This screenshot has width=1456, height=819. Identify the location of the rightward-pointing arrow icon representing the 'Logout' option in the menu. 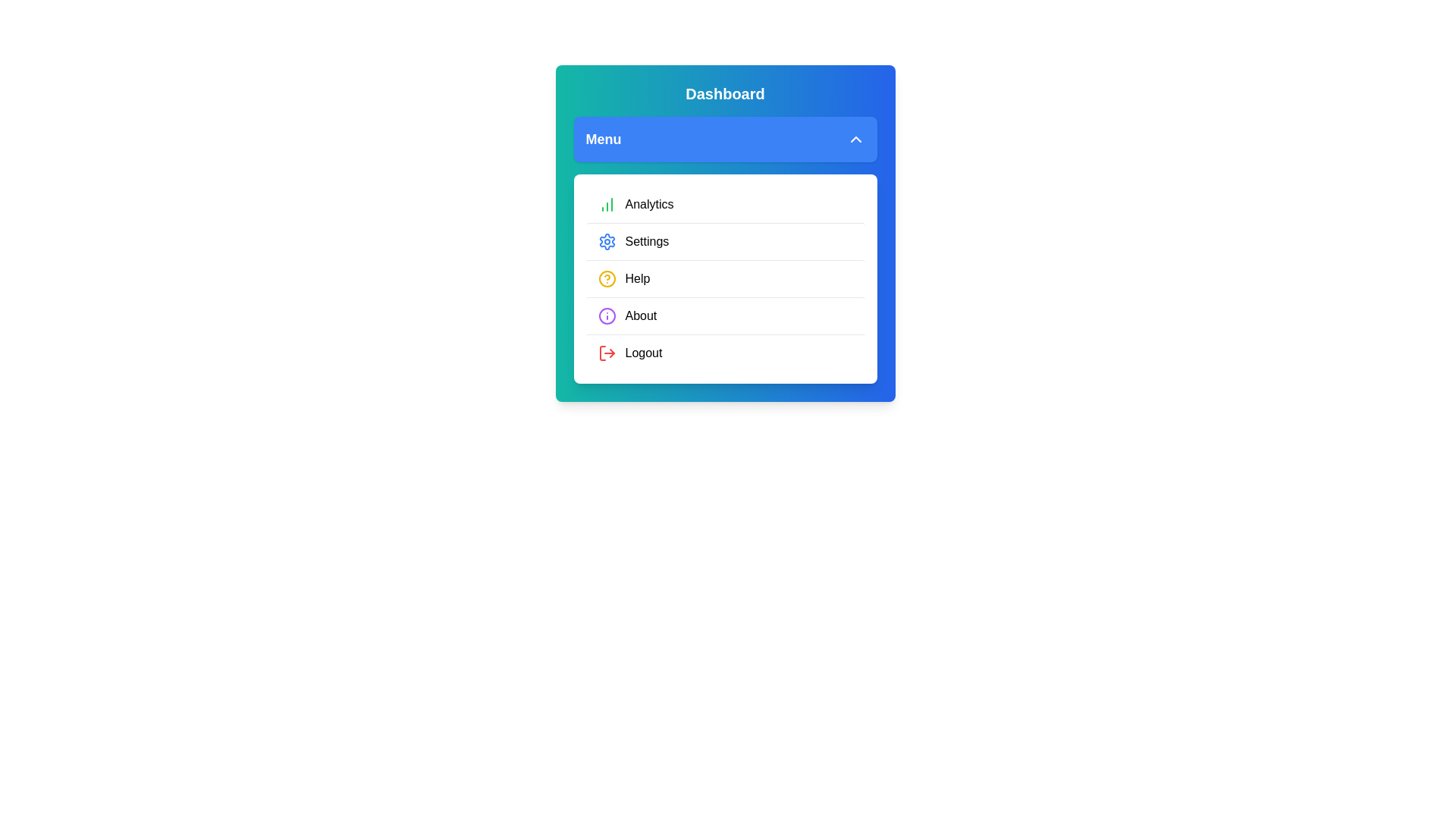
(611, 353).